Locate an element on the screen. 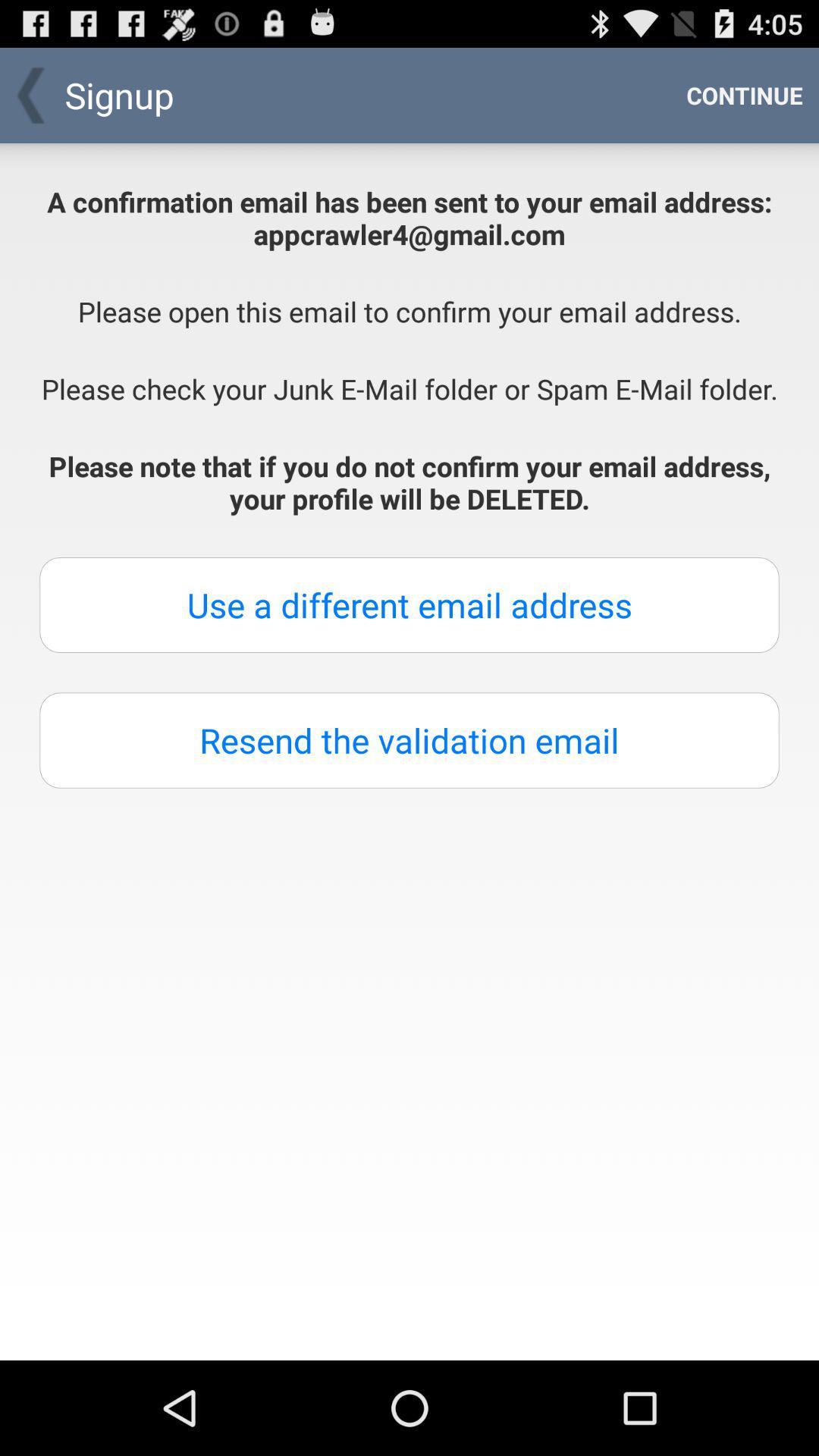 This screenshot has height=1456, width=819. the app to the right of signup app is located at coordinates (744, 94).